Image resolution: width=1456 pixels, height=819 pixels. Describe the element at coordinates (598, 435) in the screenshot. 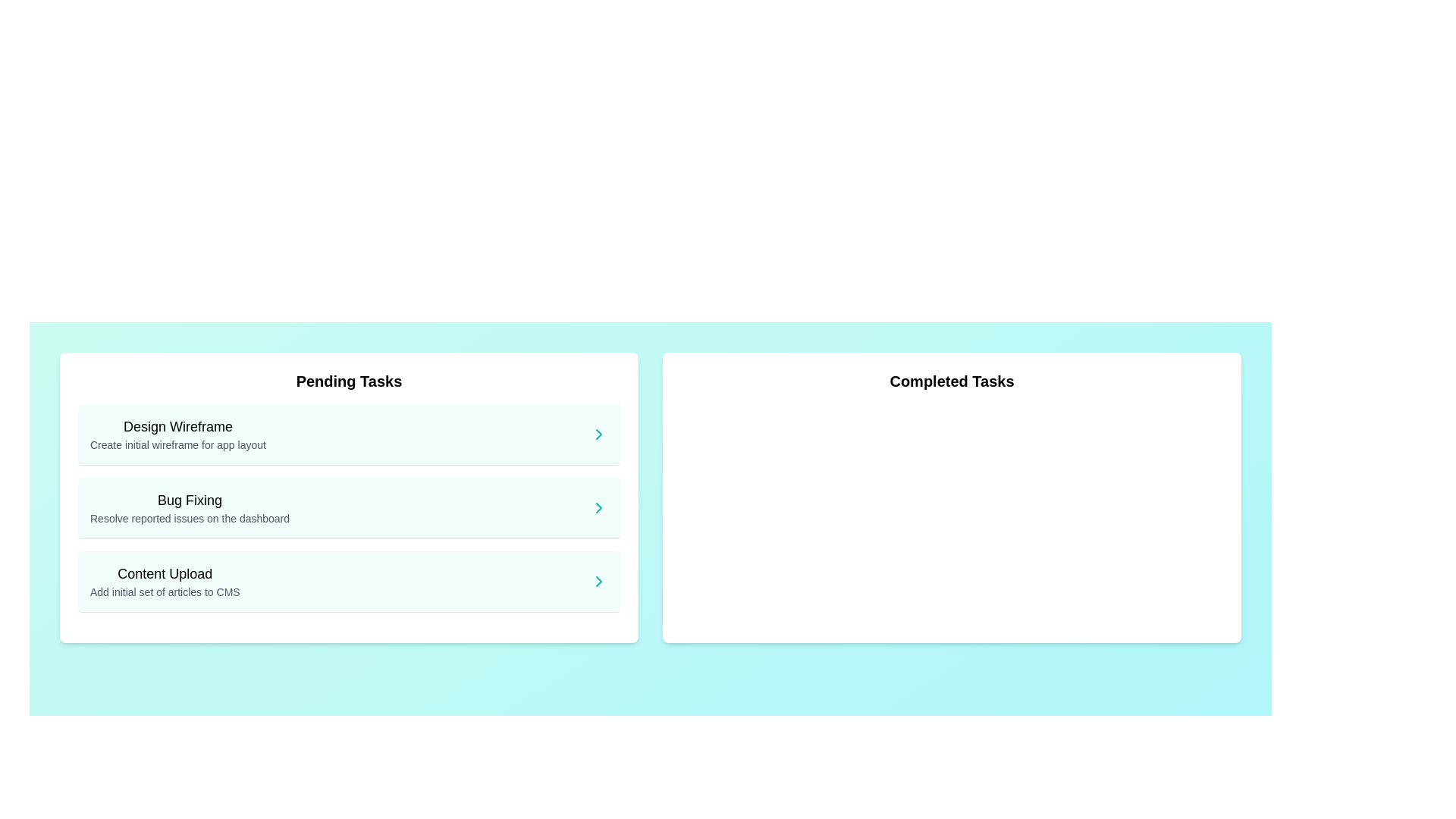

I see `the navigation icon located to the far right of the 'Design Wireframe' task entry in the 'Pending Tasks' section` at that location.